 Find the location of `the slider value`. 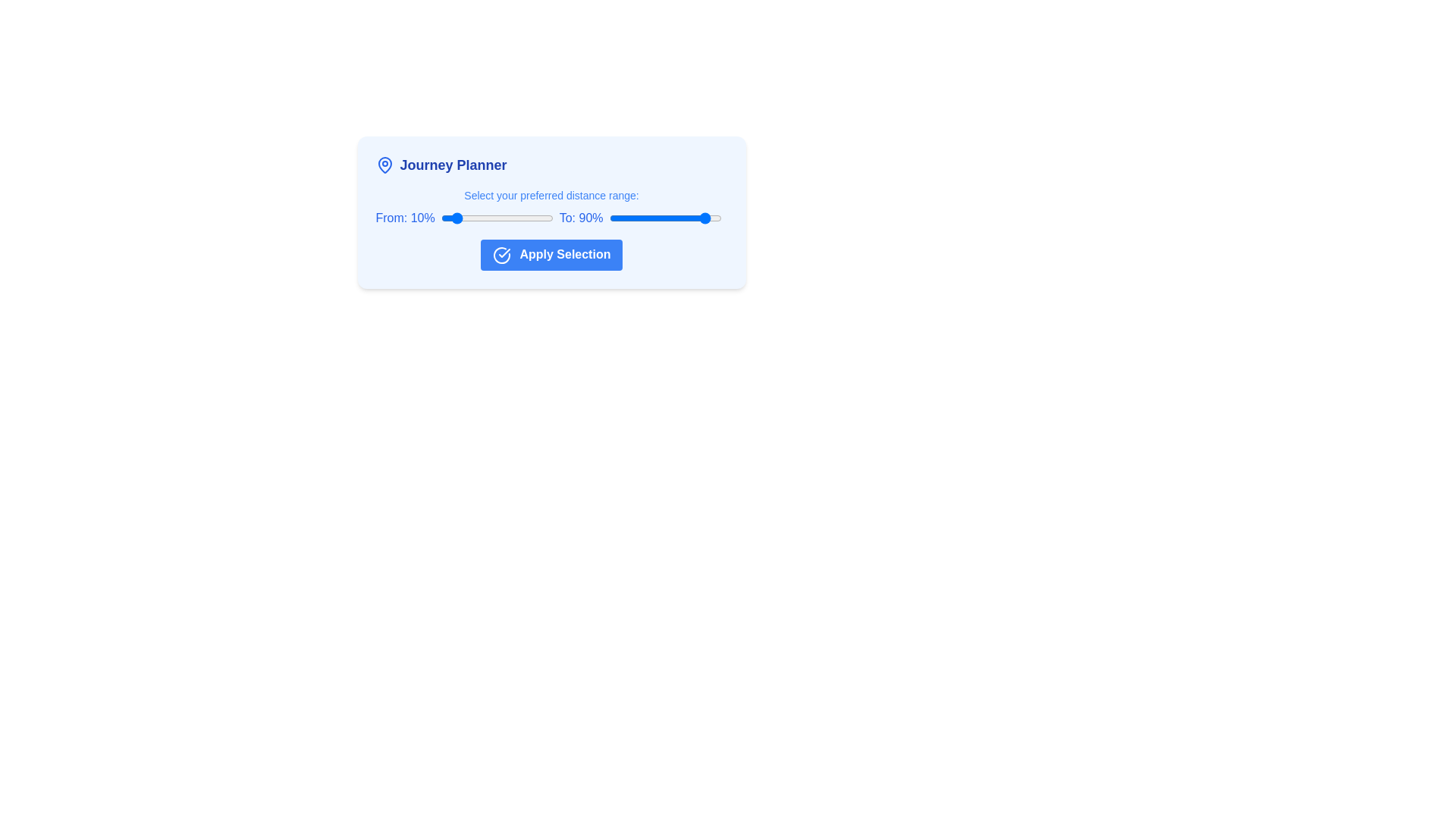

the slider value is located at coordinates (664, 218).